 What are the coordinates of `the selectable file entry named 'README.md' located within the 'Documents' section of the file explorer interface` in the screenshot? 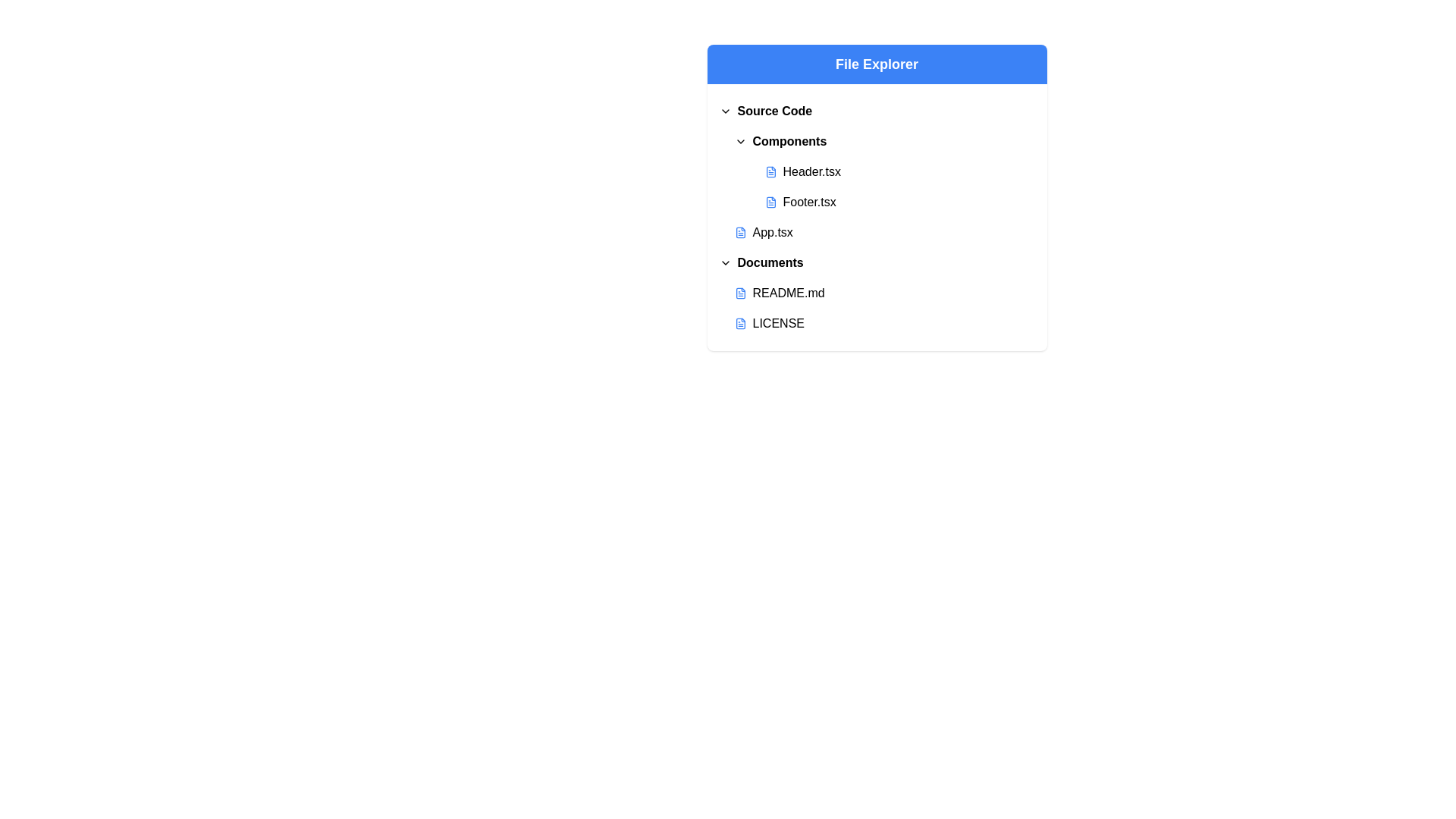 It's located at (877, 293).